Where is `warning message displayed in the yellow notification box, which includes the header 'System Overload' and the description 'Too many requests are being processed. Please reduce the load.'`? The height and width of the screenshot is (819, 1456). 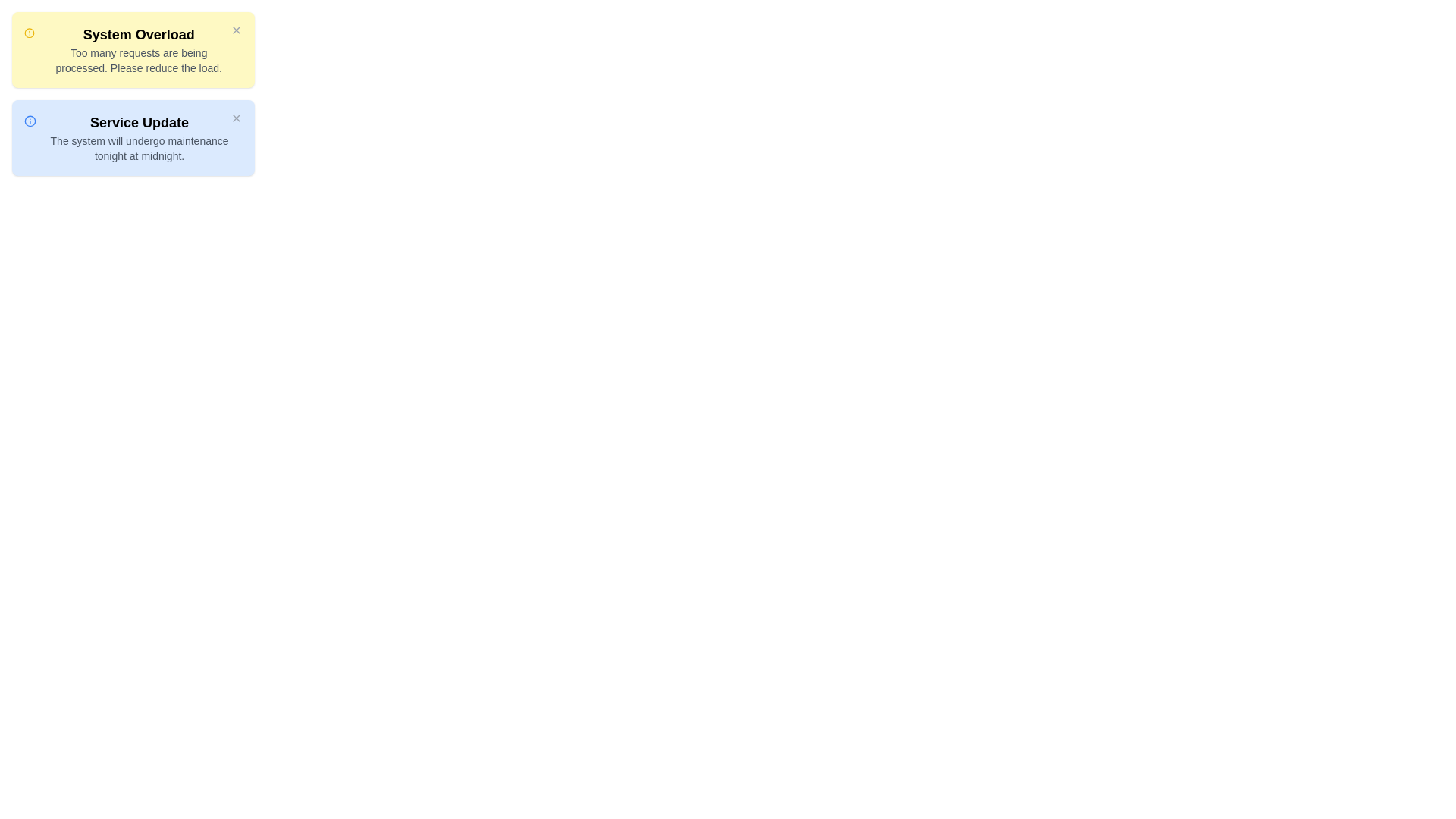
warning message displayed in the yellow notification box, which includes the header 'System Overload' and the description 'Too many requests are being processed. Please reduce the load.' is located at coordinates (139, 49).